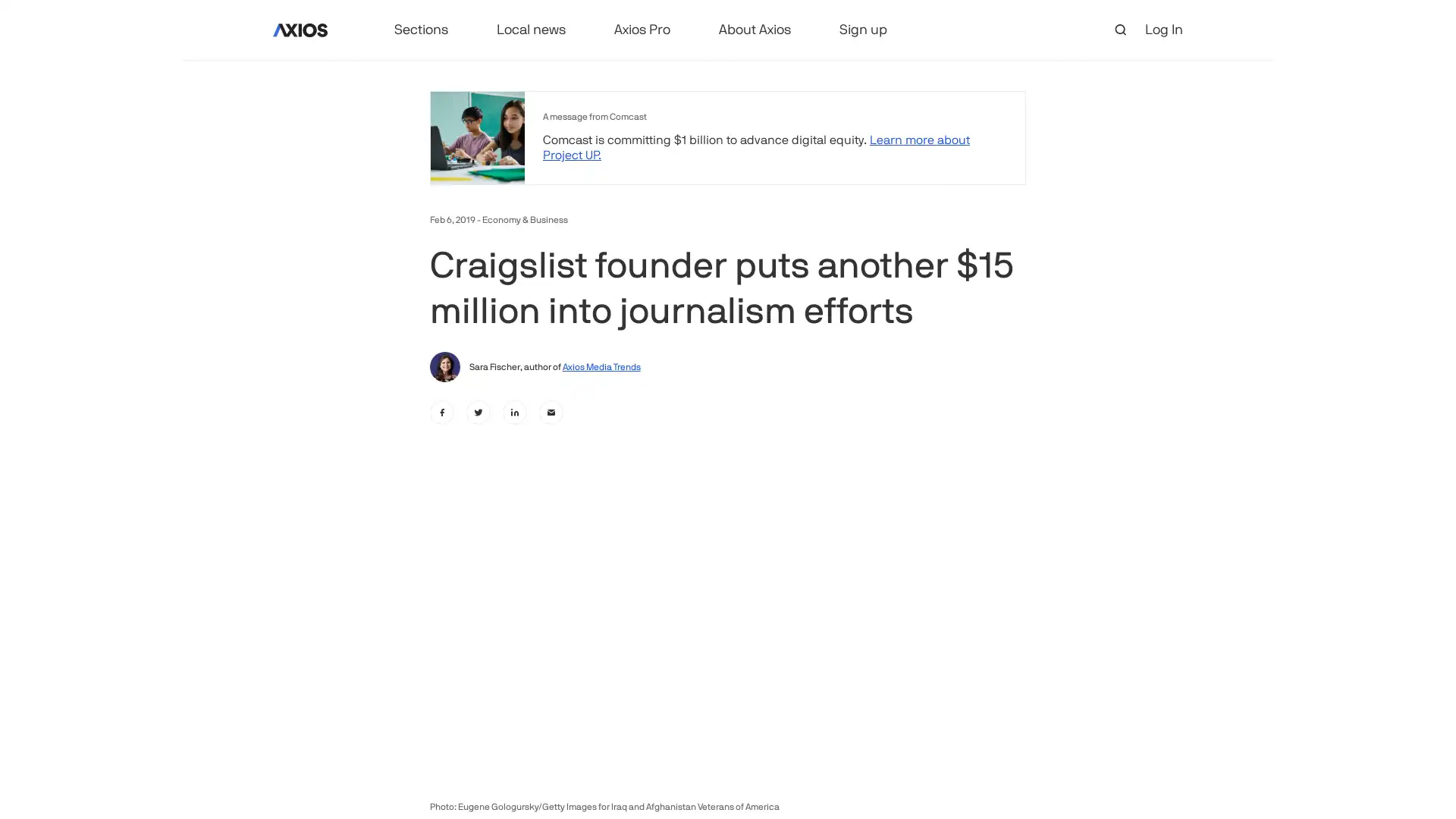 The width and height of the screenshot is (1456, 819). What do you see at coordinates (476, 412) in the screenshot?
I see `twitter` at bounding box center [476, 412].